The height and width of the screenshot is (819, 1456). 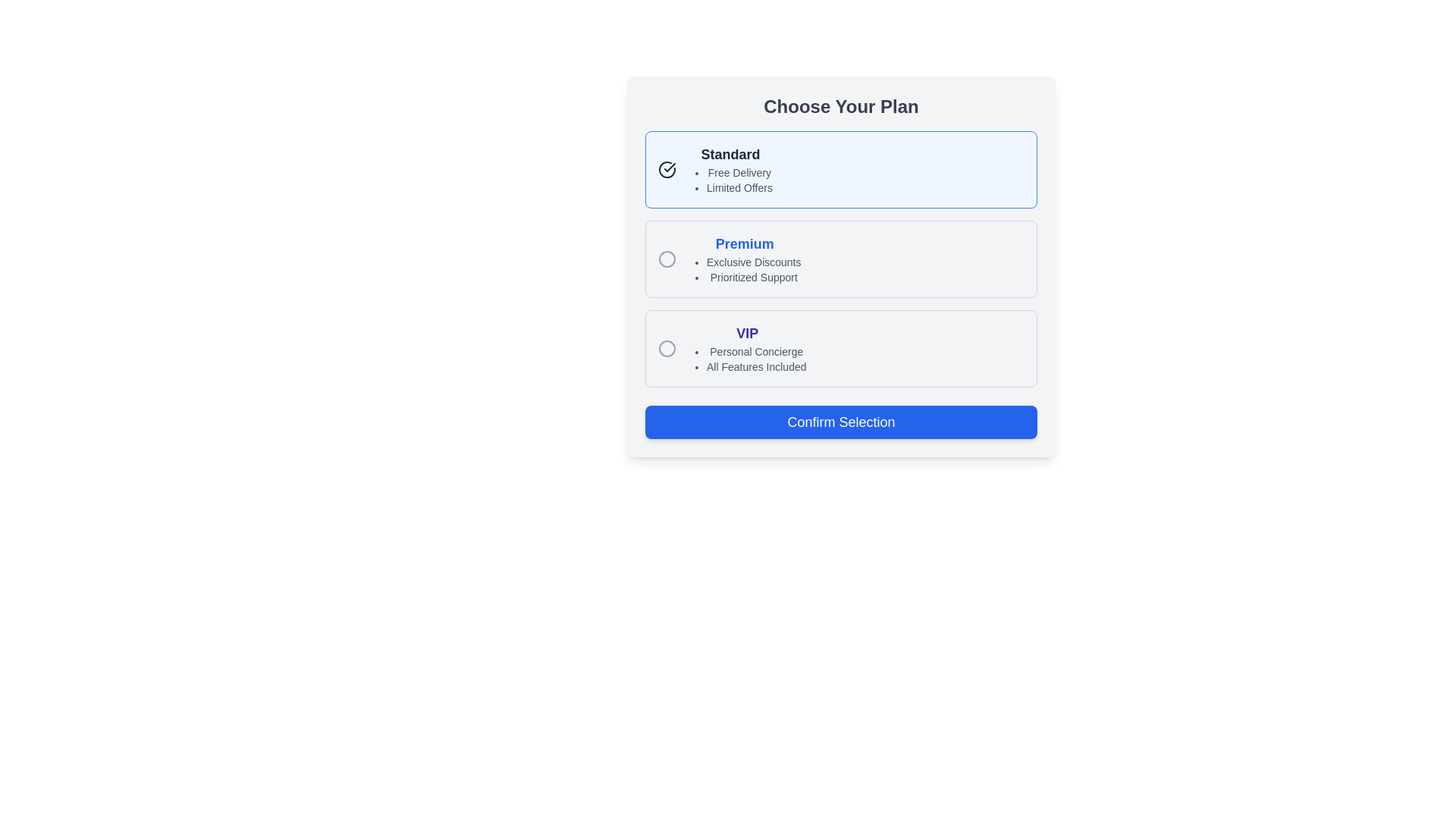 I want to click on the text list item that describes the benefits of the 'Premium' plan, located below the 'Premium' title and aligned to the left, so click(x=754, y=268).